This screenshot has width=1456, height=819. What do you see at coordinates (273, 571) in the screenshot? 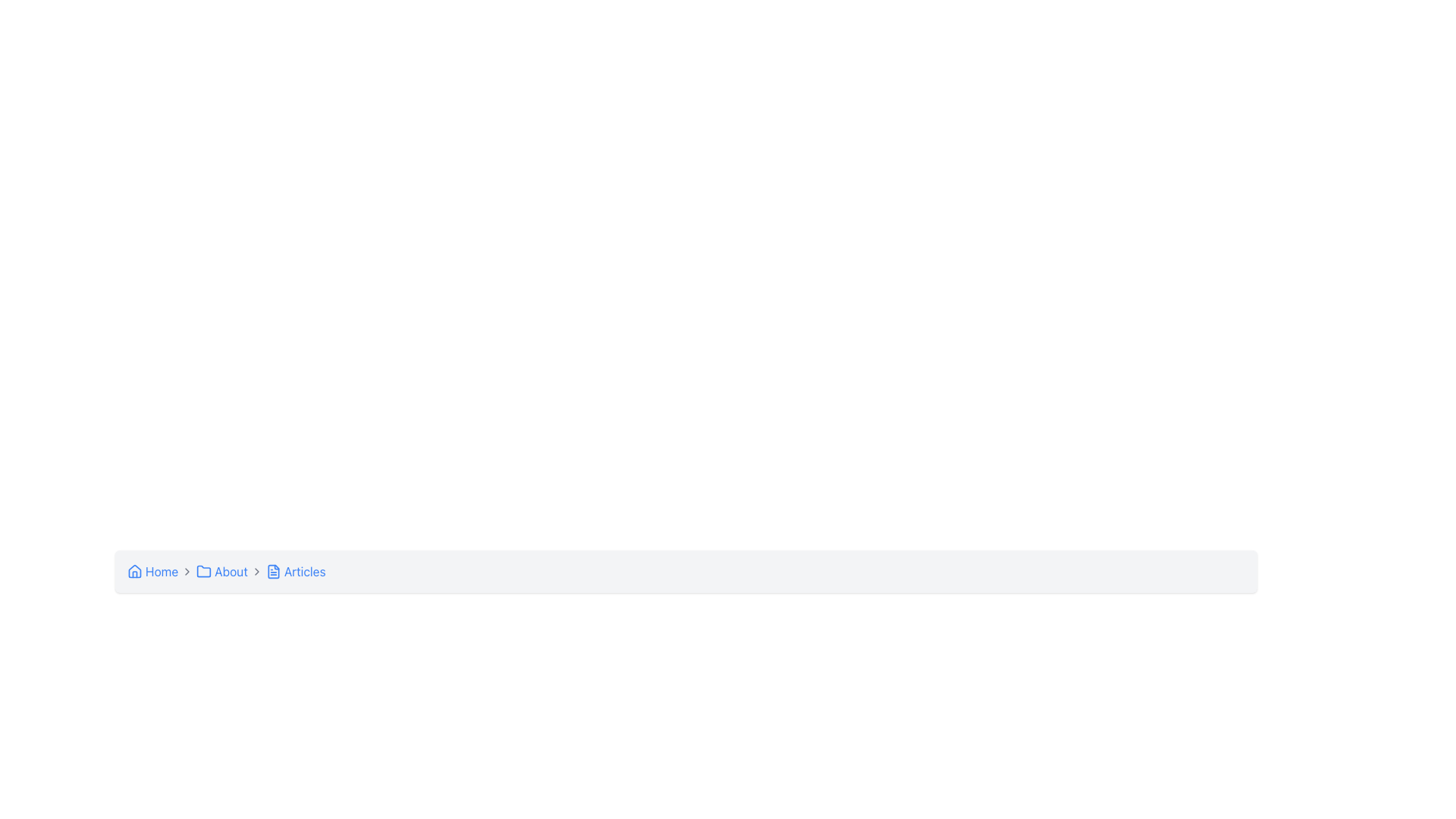
I see `the file icon with a blue outline that precedes the text 'Articles' in the breadcrumb navigation bar` at bounding box center [273, 571].